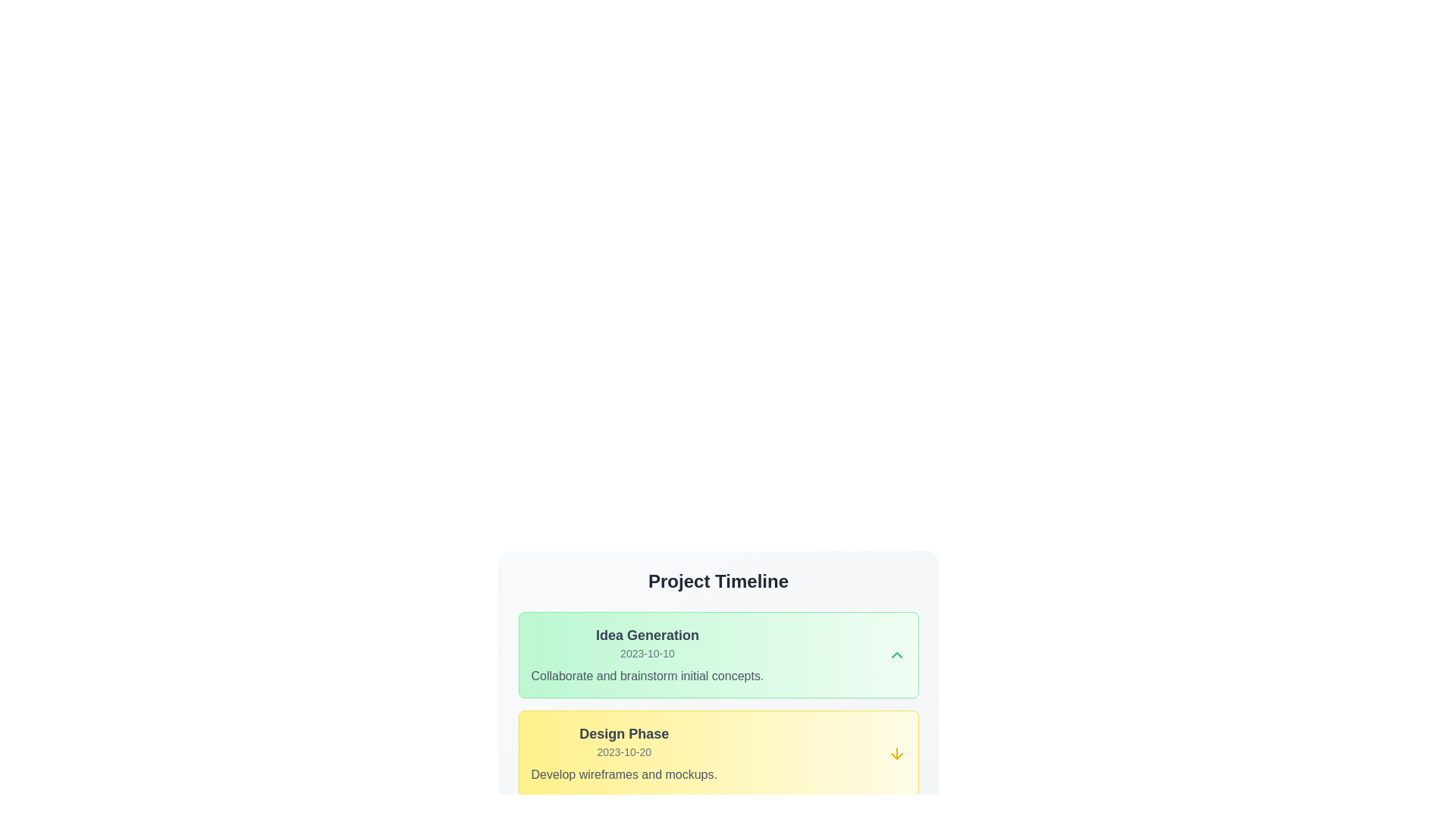 The image size is (1456, 819). What do you see at coordinates (624, 754) in the screenshot?
I see `the informational group containing the header 'Design Phase', the date '2023-10-20', and the description 'Develop wireframes and mockups.' for accessibility purposes` at bounding box center [624, 754].